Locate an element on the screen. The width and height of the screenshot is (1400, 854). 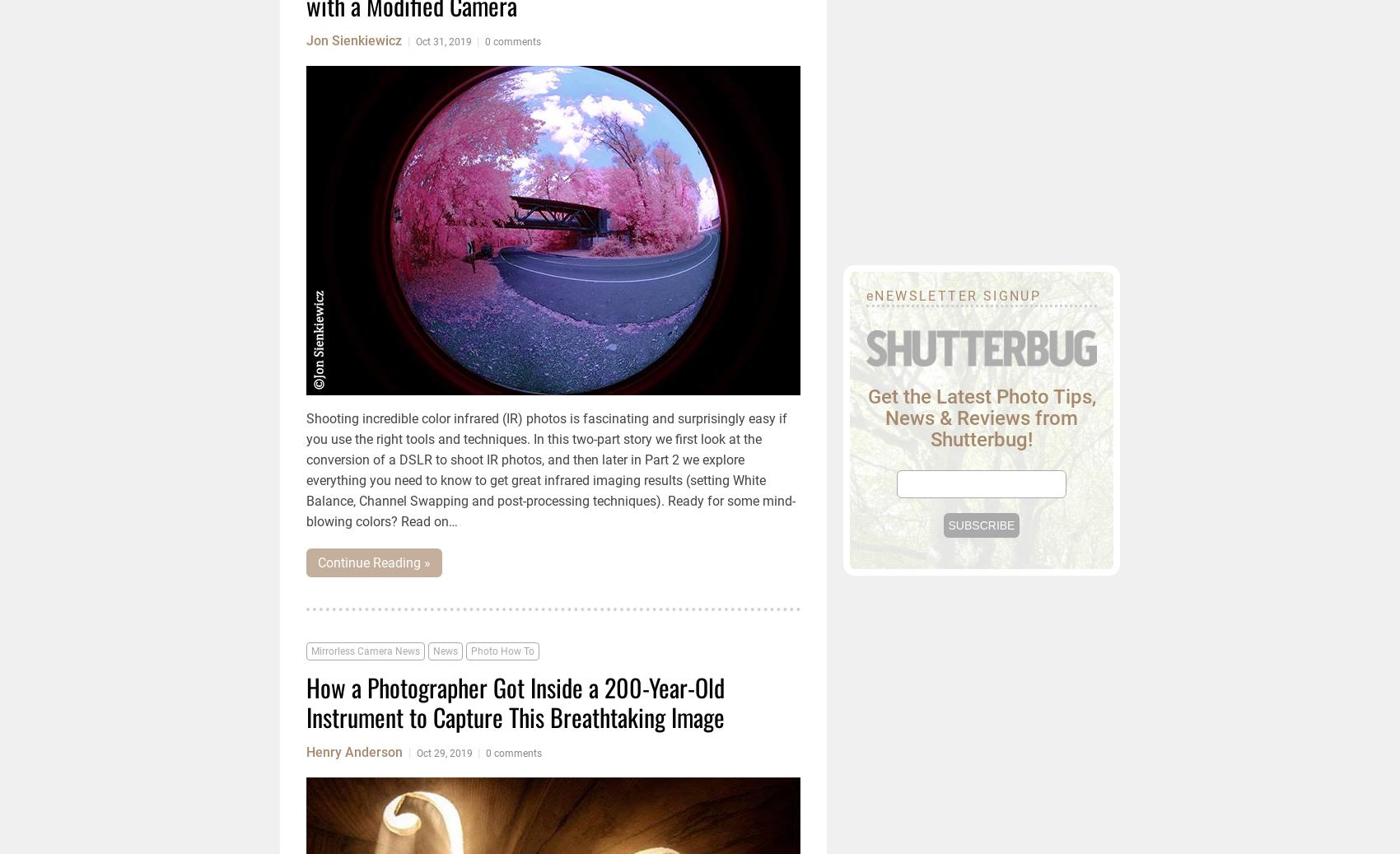
'News' is located at coordinates (444, 651).